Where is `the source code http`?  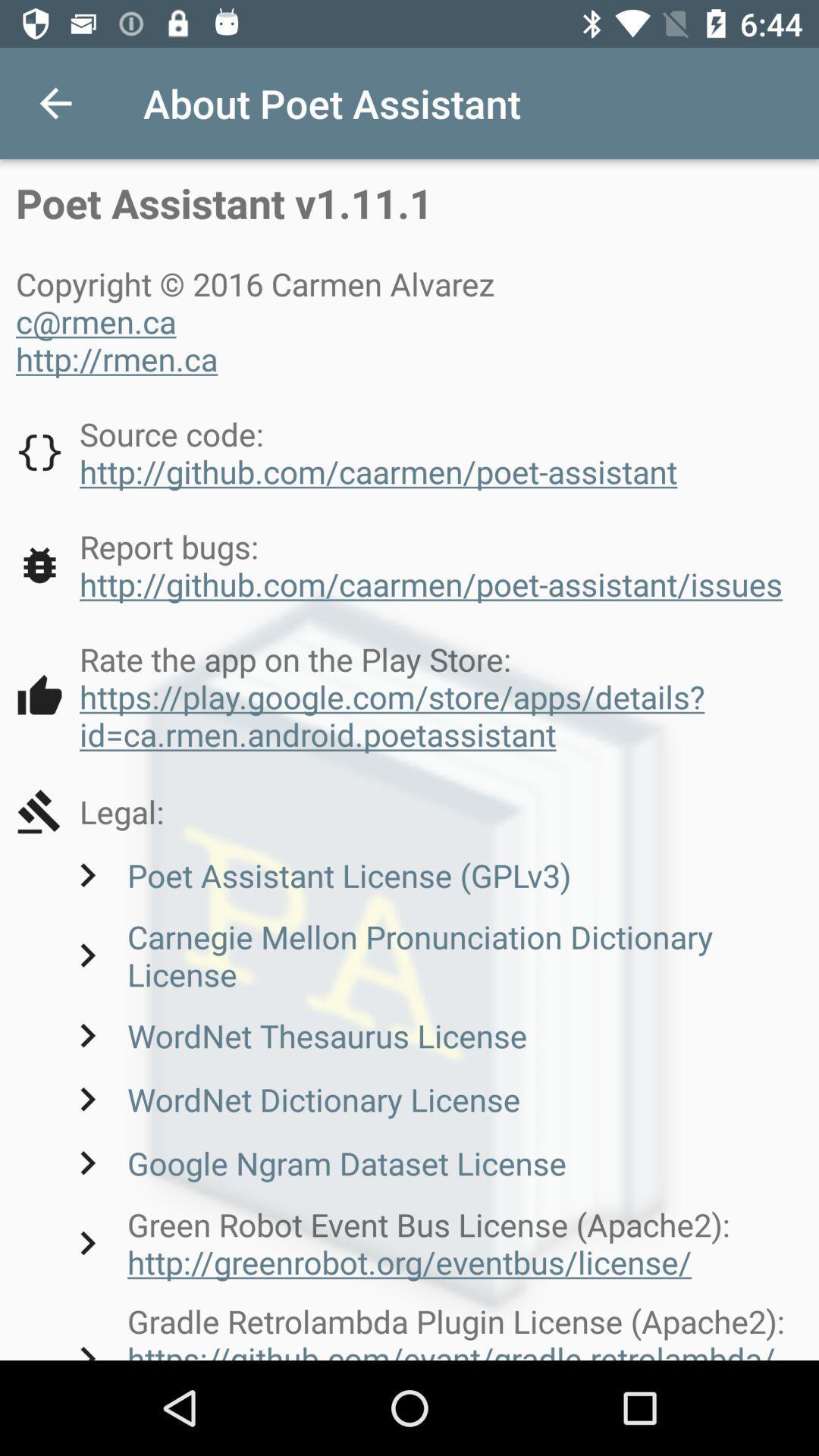 the source code http is located at coordinates (347, 451).